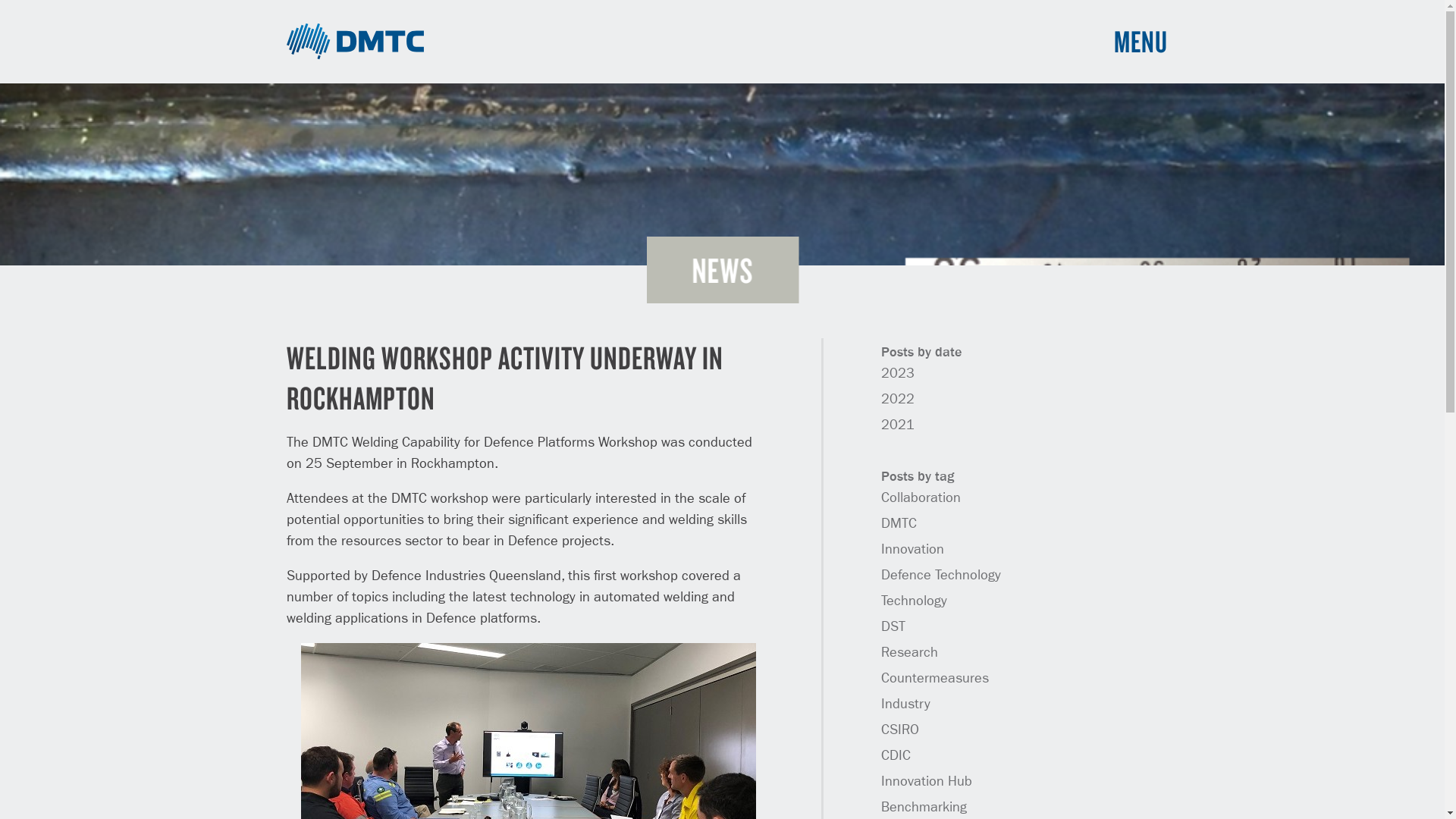  What do you see at coordinates (880, 399) in the screenshot?
I see `'2022'` at bounding box center [880, 399].